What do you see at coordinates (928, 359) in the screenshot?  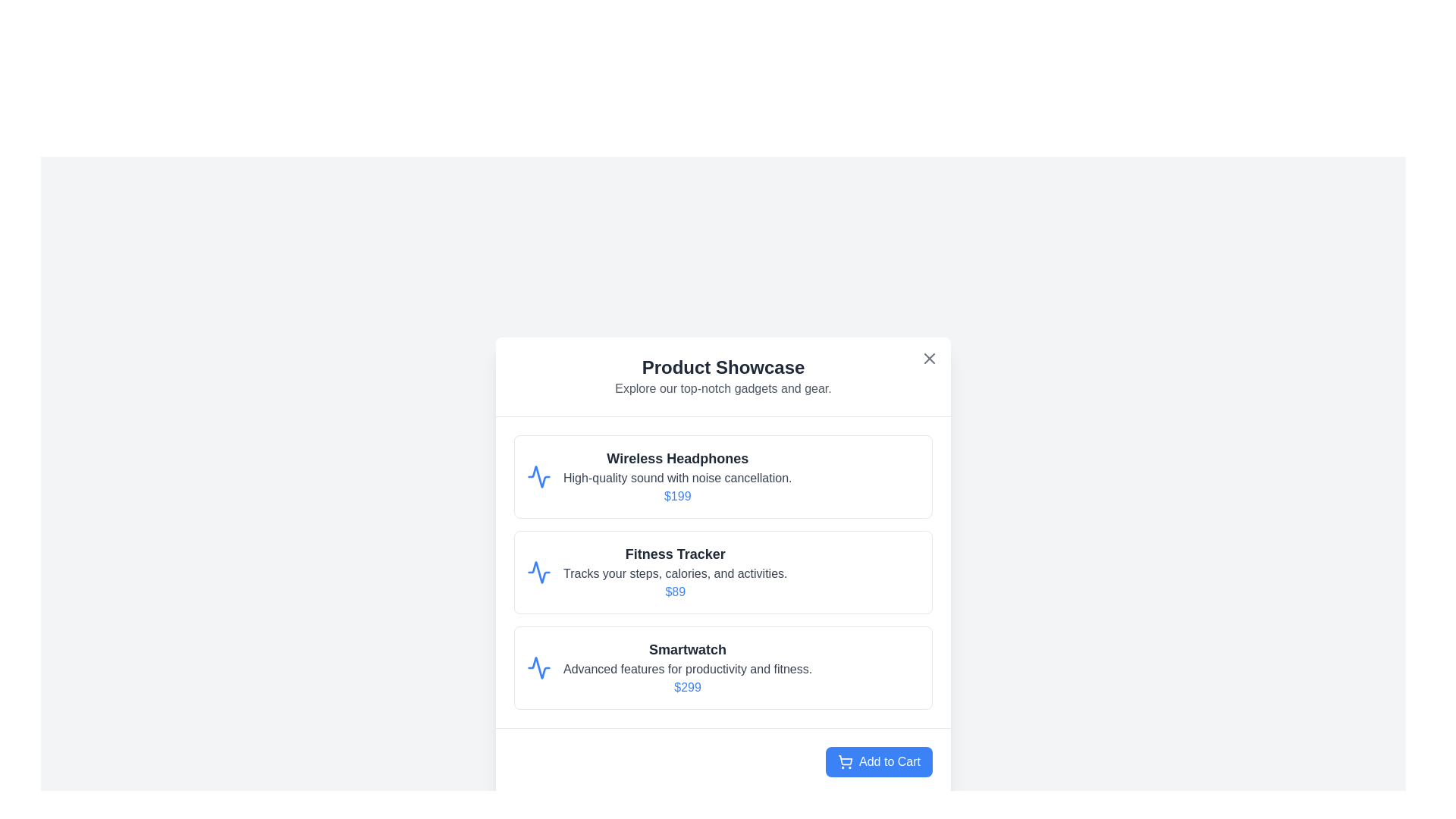 I see `the 'X' close button in the top-right corner of the modal` at bounding box center [928, 359].